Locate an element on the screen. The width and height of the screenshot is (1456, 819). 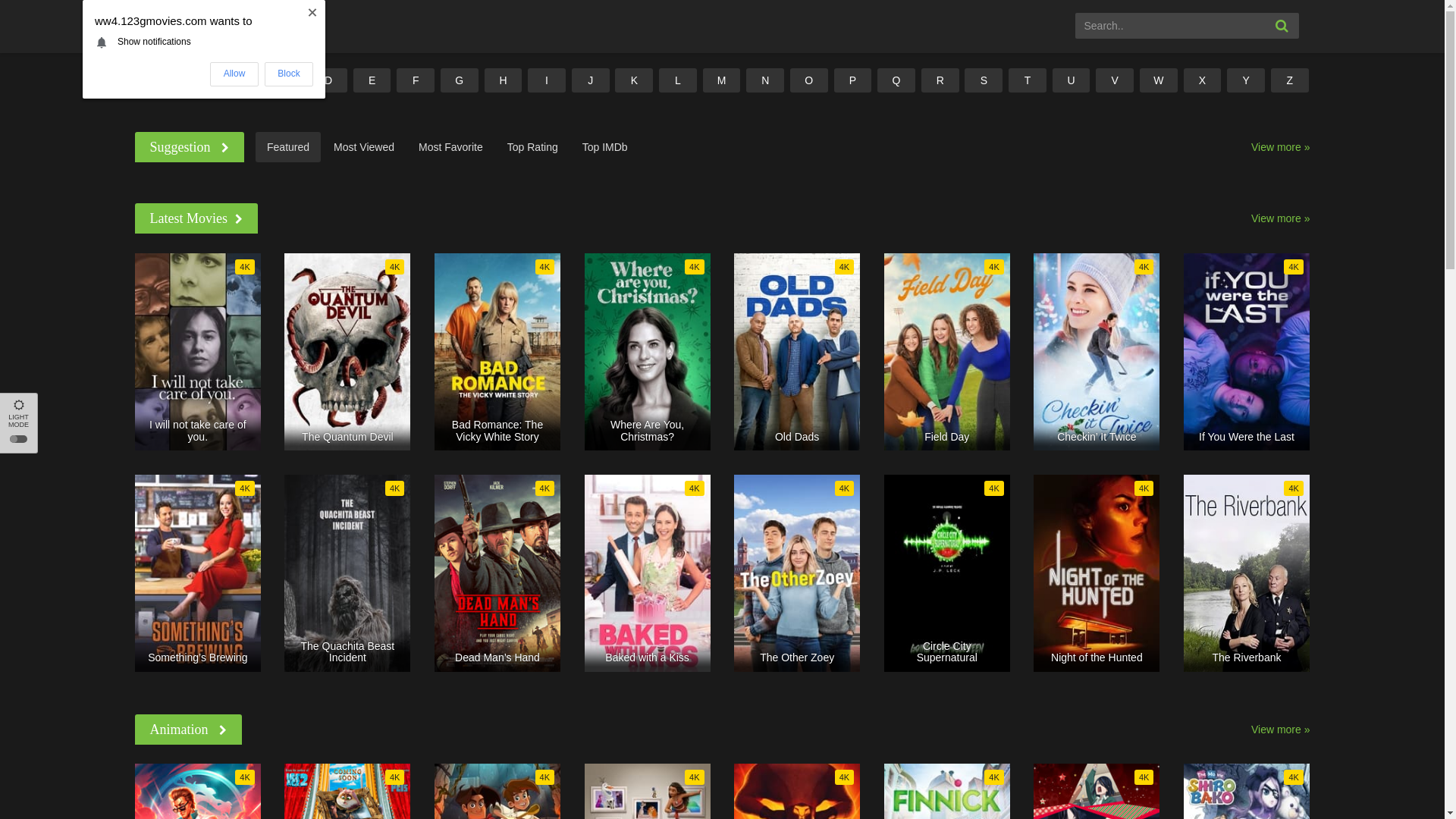
'K' is located at coordinates (633, 80).